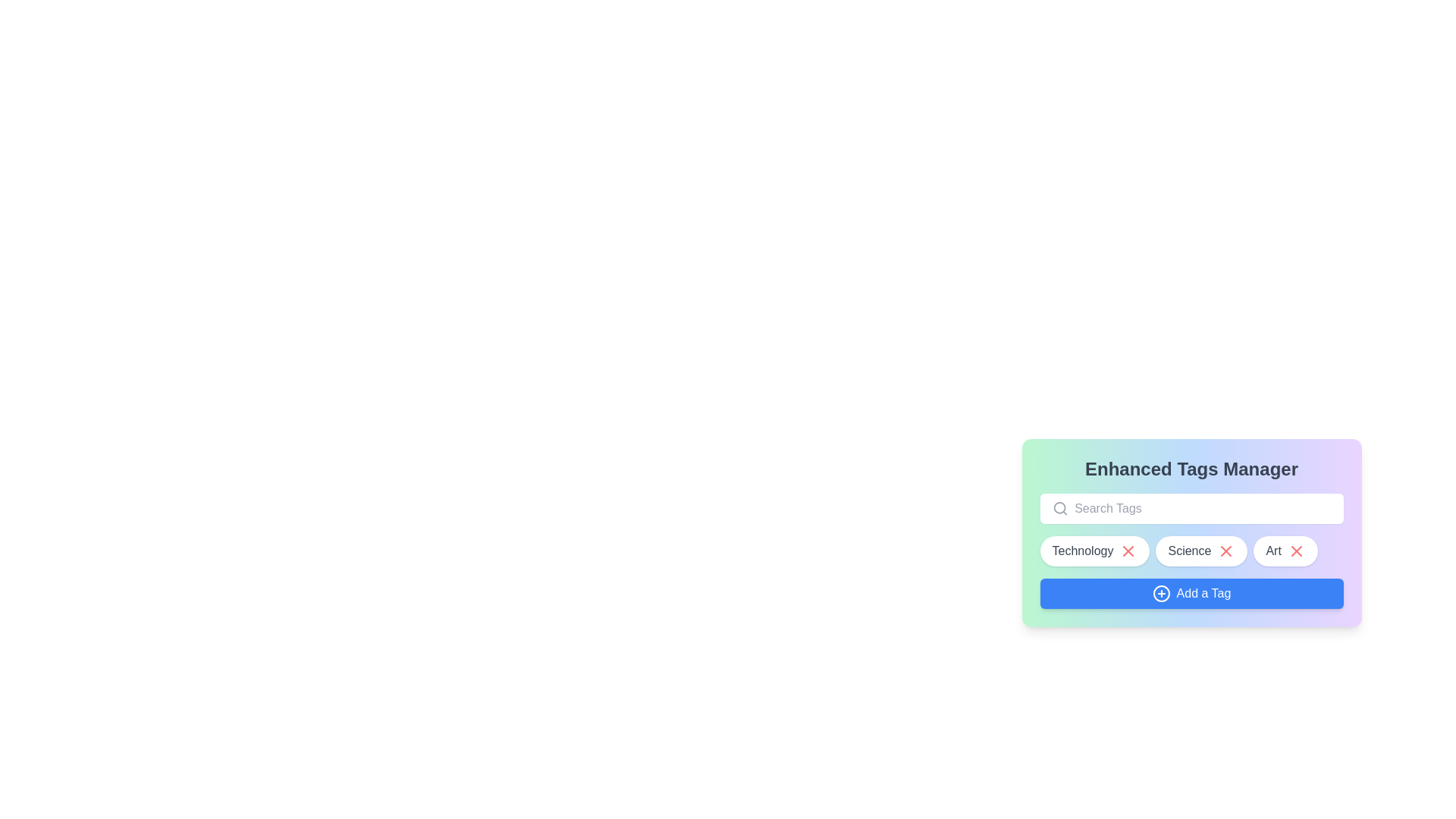 This screenshot has width=1456, height=819. What do you see at coordinates (1191, 593) in the screenshot?
I see `'Add a Tag' button to add a new tag` at bounding box center [1191, 593].